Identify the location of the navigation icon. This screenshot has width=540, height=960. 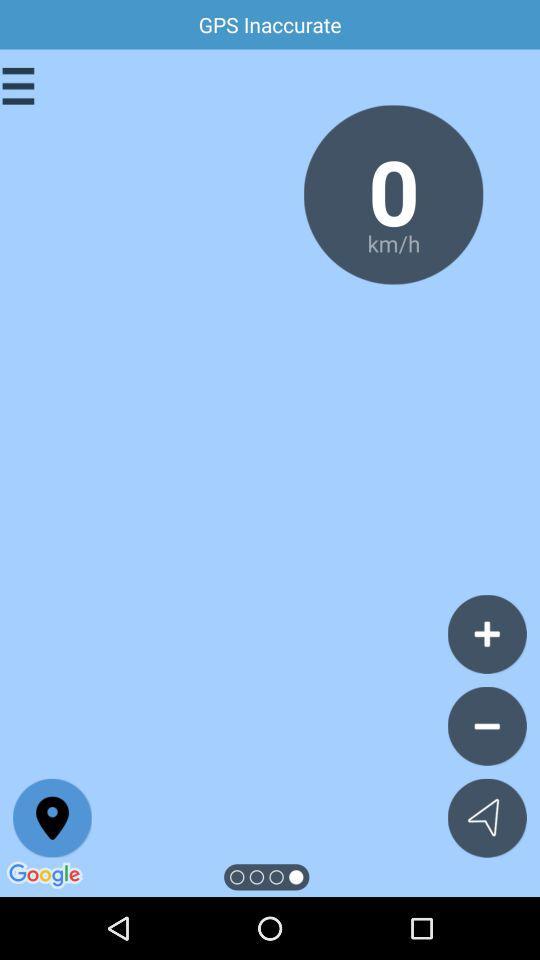
(486, 818).